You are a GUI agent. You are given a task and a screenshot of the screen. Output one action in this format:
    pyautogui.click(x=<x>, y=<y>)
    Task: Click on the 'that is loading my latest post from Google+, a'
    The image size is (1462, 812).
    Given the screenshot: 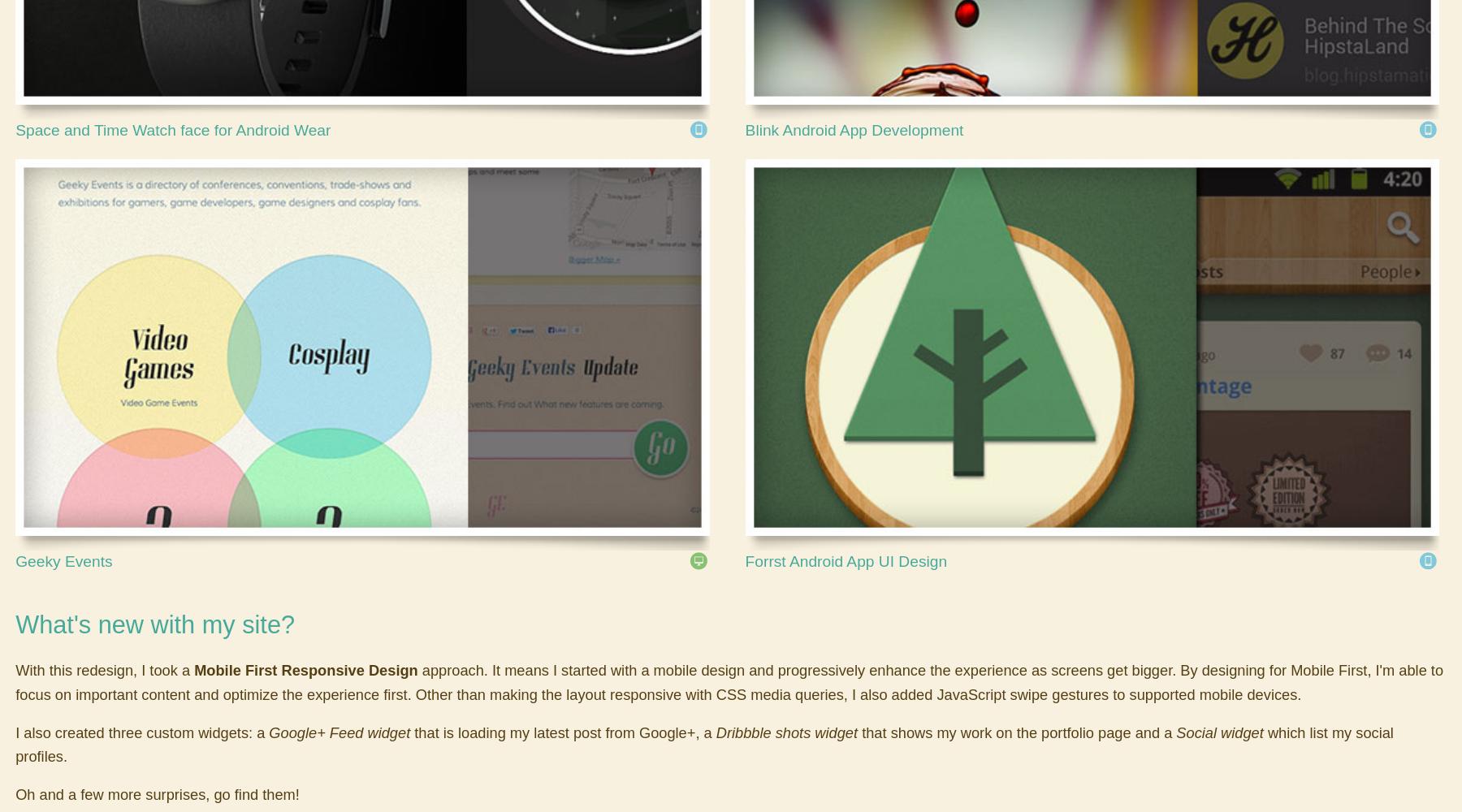 What is the action you would take?
    pyautogui.click(x=562, y=732)
    